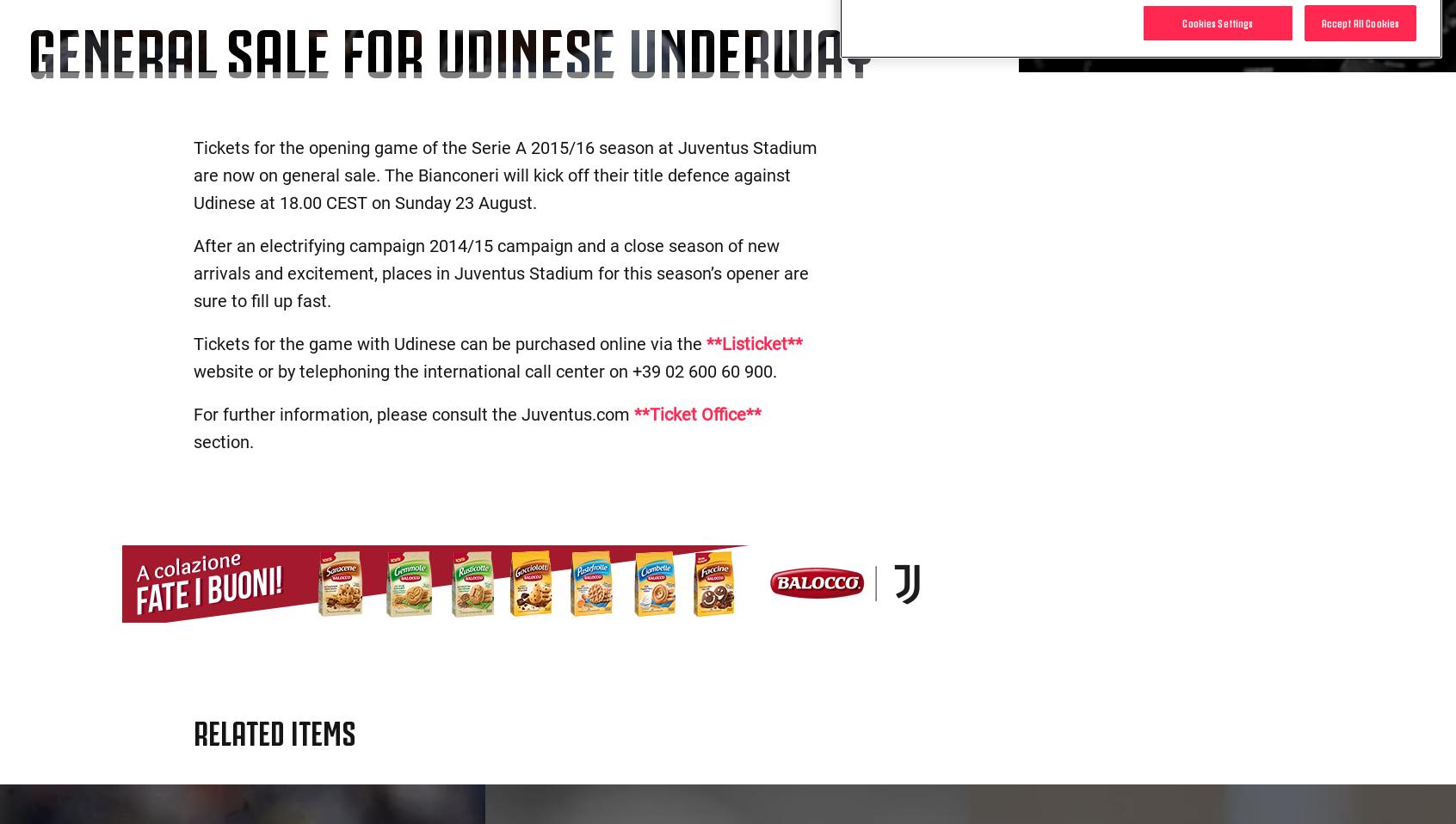 Image resolution: width=1456 pixels, height=824 pixels. What do you see at coordinates (504, 174) in the screenshot?
I see `'Tickets for the opening game of the Serie A 2015/16 season at Juventus Stadium are now on general sale. The Bianconeri will kick off their title defence against Udinese at 18.00 CEST on Sunday 23 August.'` at bounding box center [504, 174].